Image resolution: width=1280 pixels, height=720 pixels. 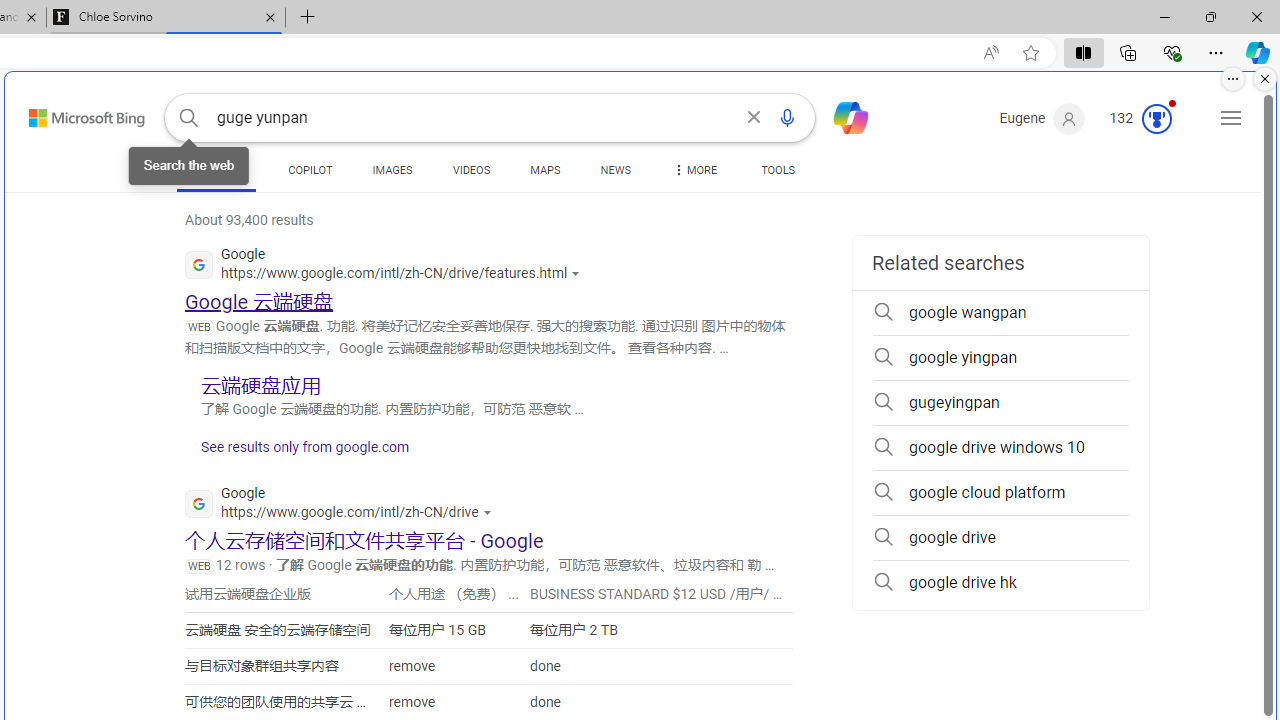 I want to click on 'MAPS', so click(x=545, y=172).